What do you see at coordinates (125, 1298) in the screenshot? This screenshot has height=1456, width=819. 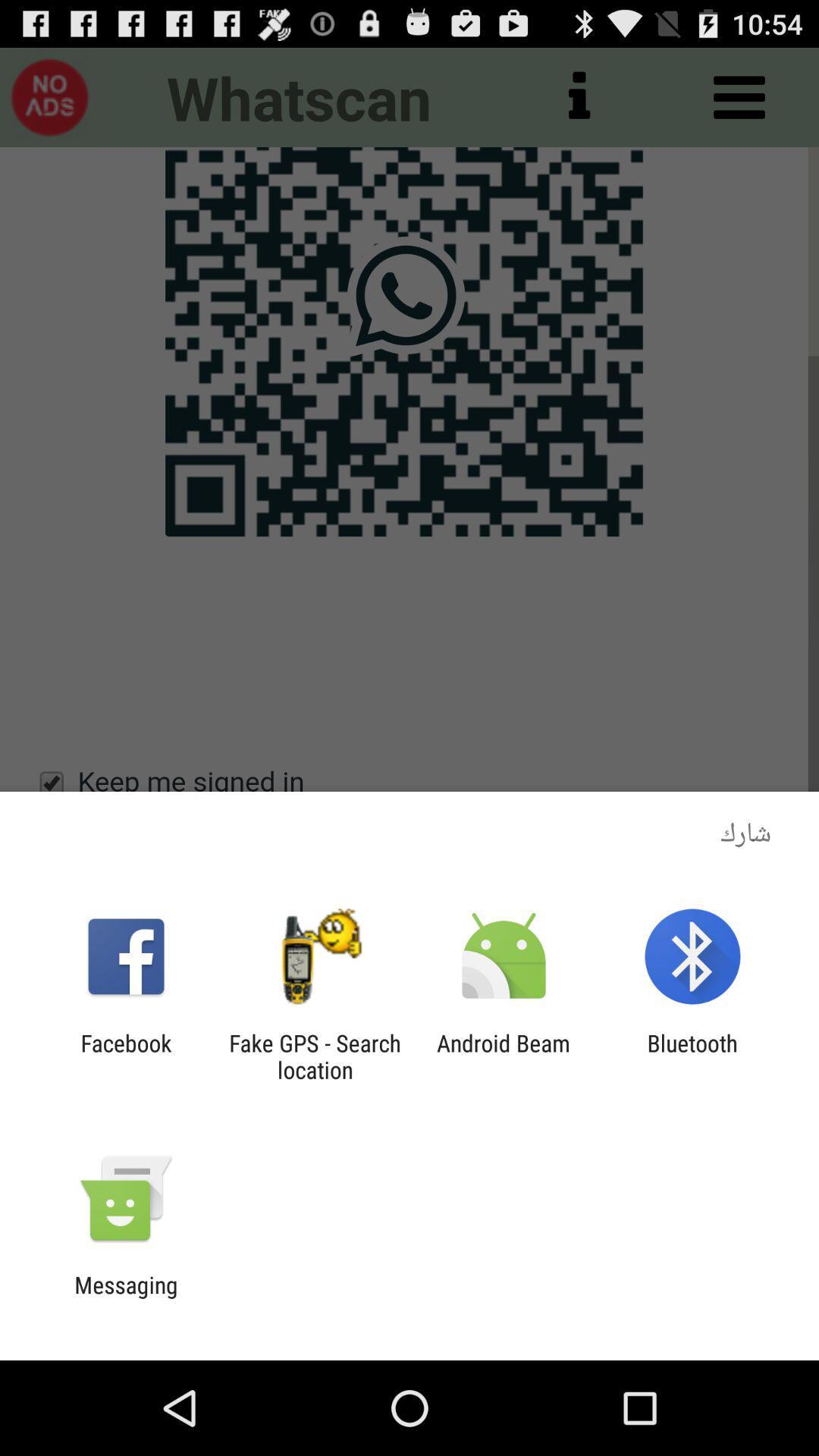 I see `messaging item` at bounding box center [125, 1298].